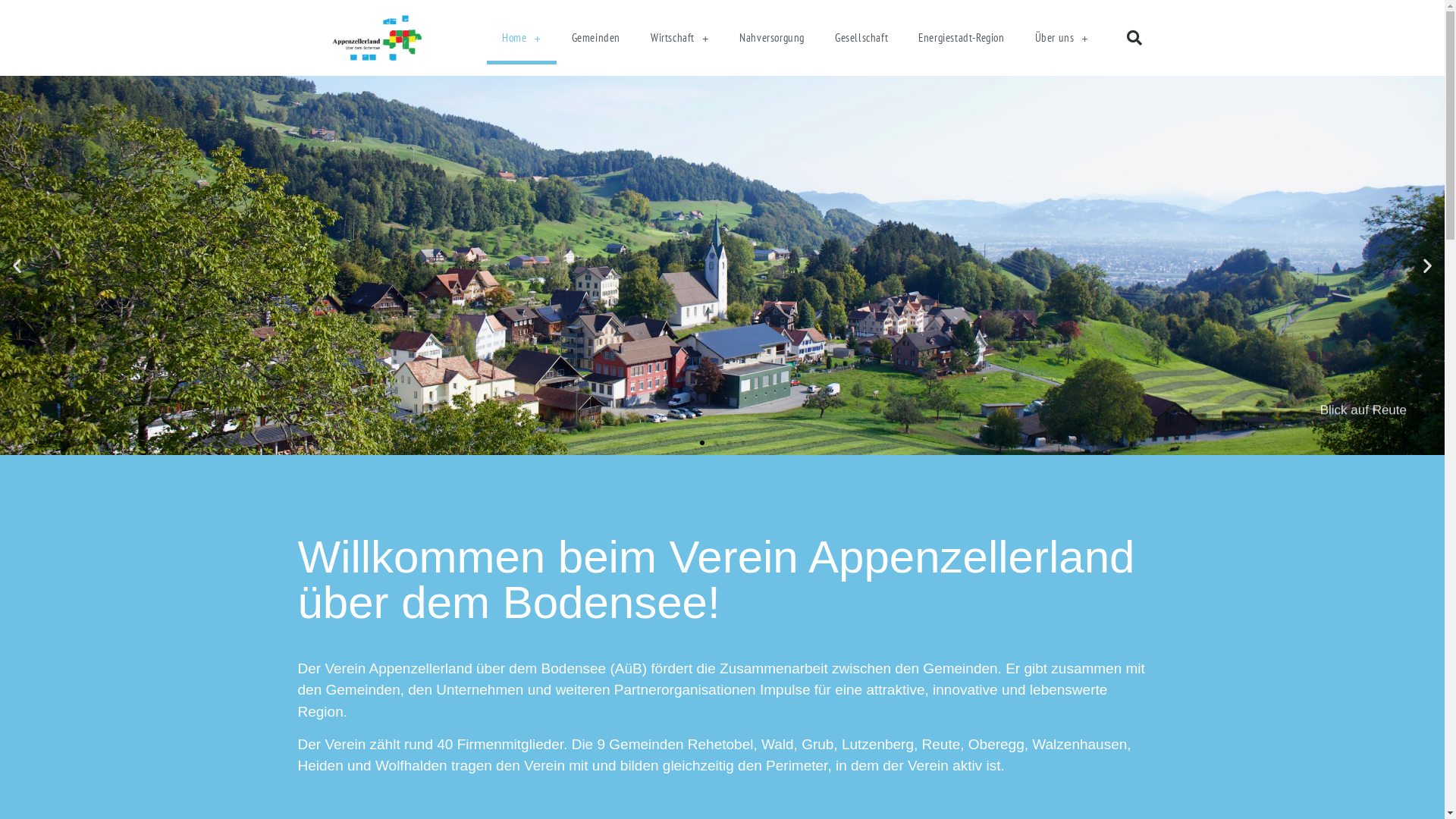  I want to click on 'Gesellschaft', so click(861, 37).